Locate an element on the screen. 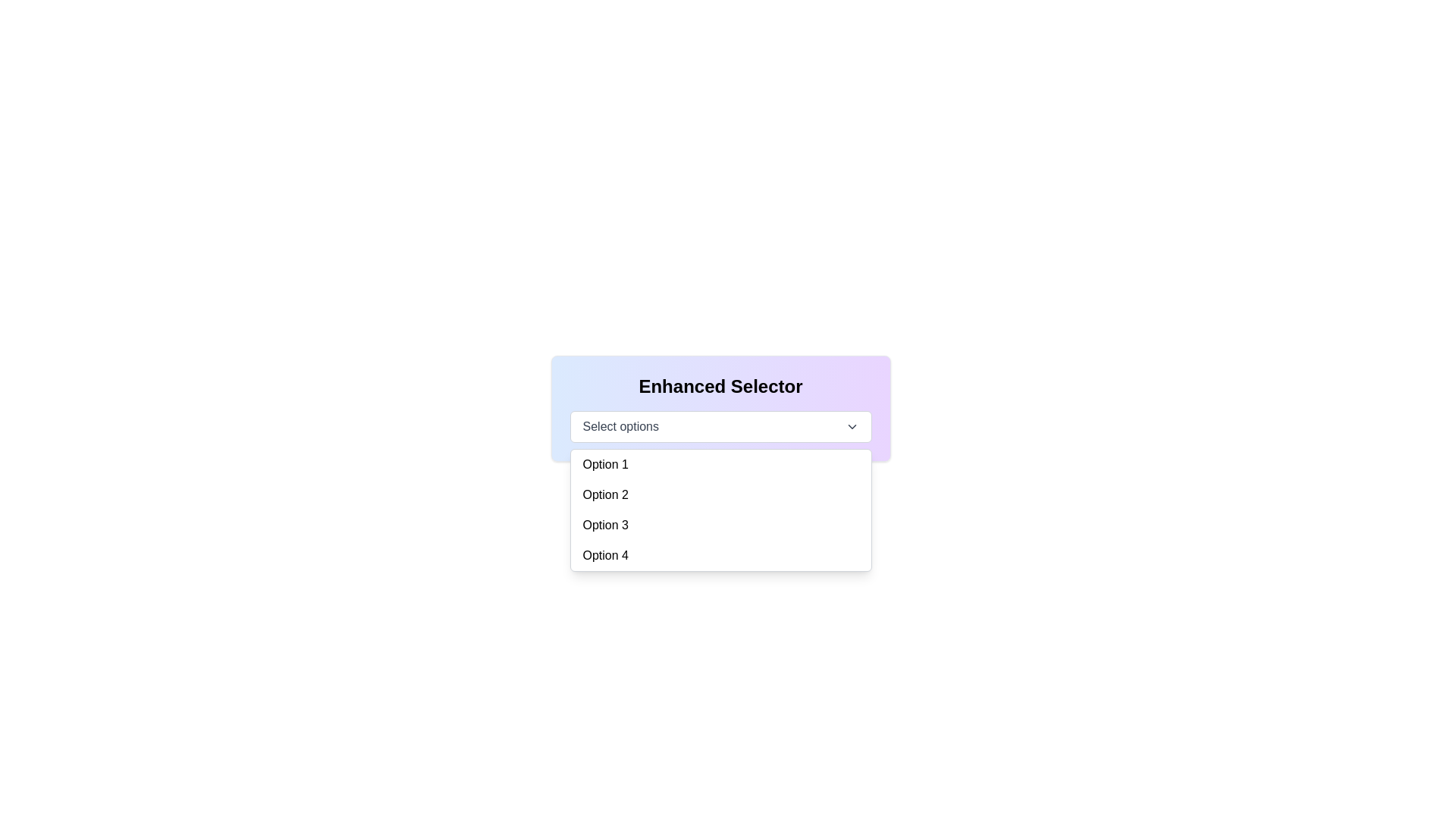 The height and width of the screenshot is (819, 1456). the selectable menu option labeled 'Option 2' to activate its hover style is located at coordinates (720, 494).